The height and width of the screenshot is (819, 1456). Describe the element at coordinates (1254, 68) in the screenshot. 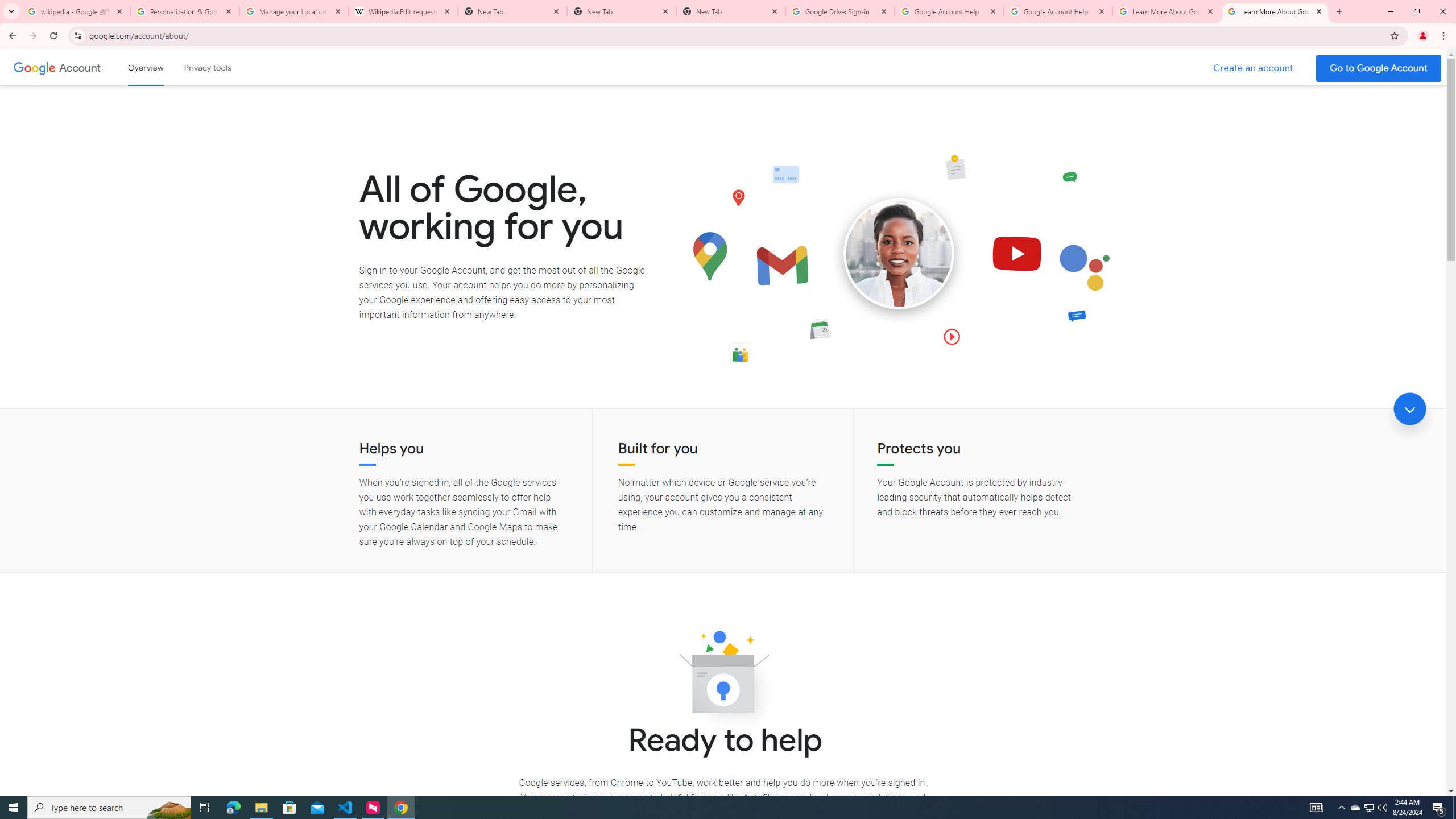

I see `'Create a Google Account'` at that location.